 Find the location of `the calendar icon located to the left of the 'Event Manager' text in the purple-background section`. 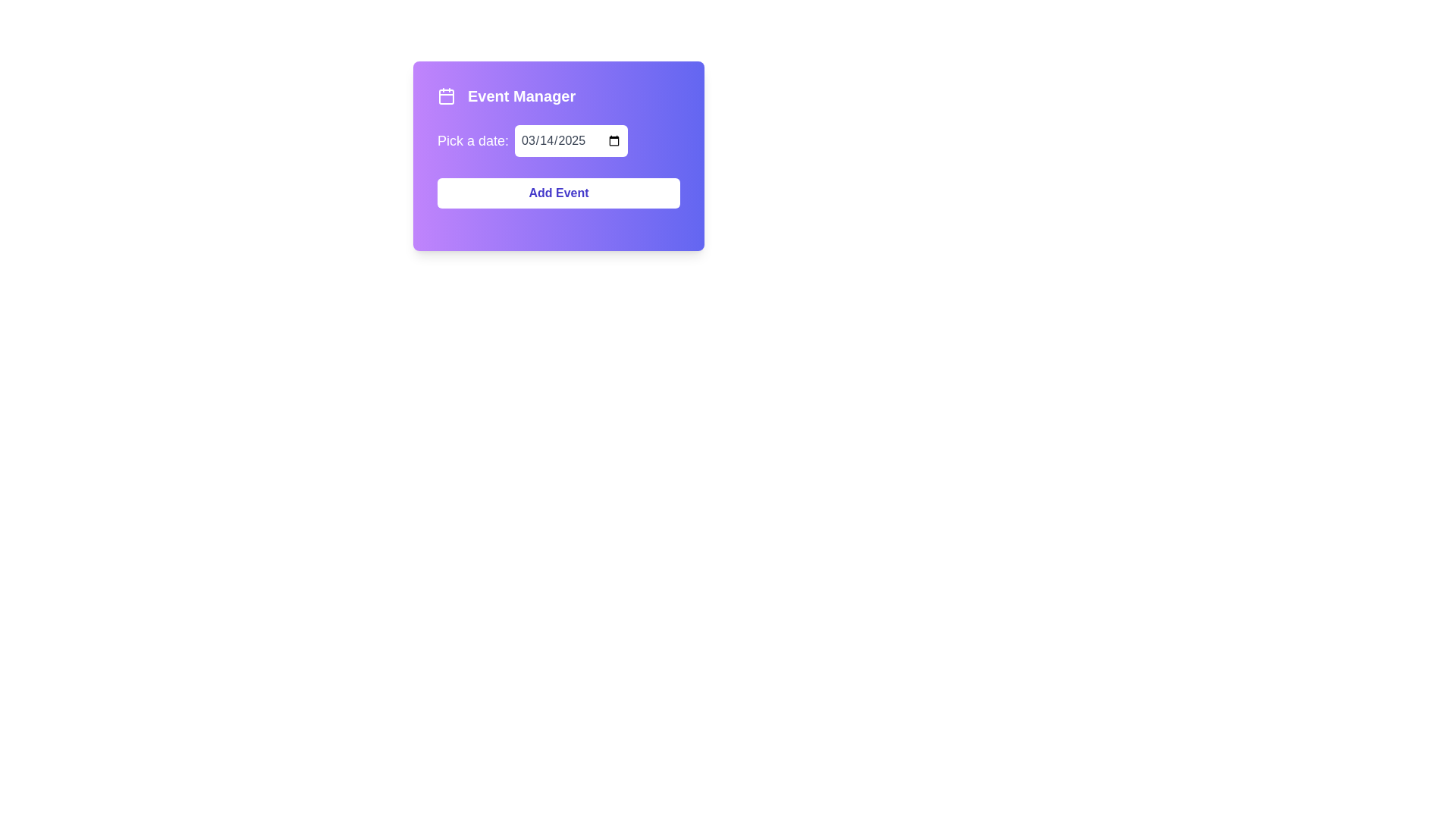

the calendar icon located to the left of the 'Event Manager' text in the purple-background section is located at coordinates (446, 96).